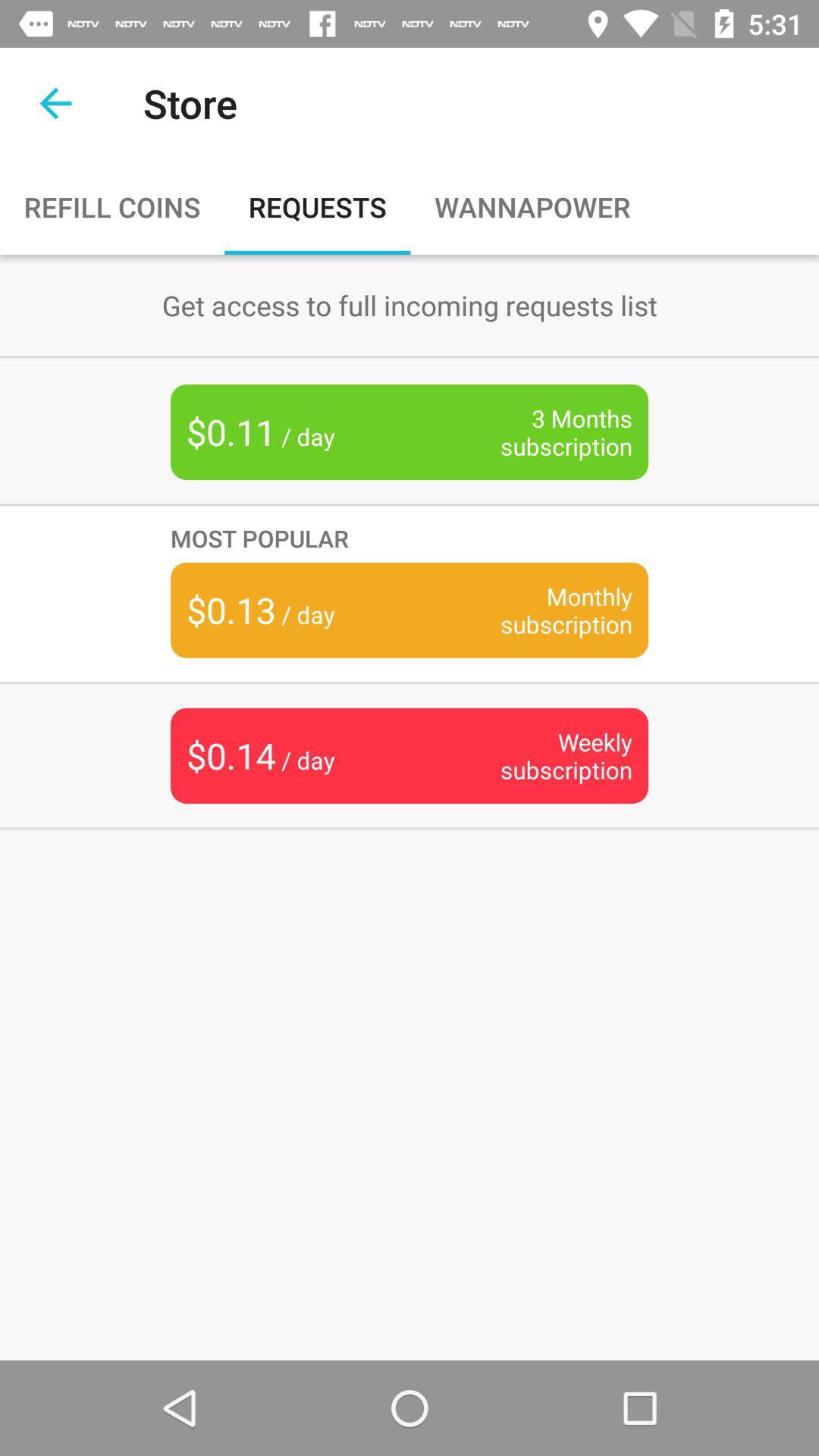  Describe the element at coordinates (409, 538) in the screenshot. I see `item below 3 months subscription icon` at that location.